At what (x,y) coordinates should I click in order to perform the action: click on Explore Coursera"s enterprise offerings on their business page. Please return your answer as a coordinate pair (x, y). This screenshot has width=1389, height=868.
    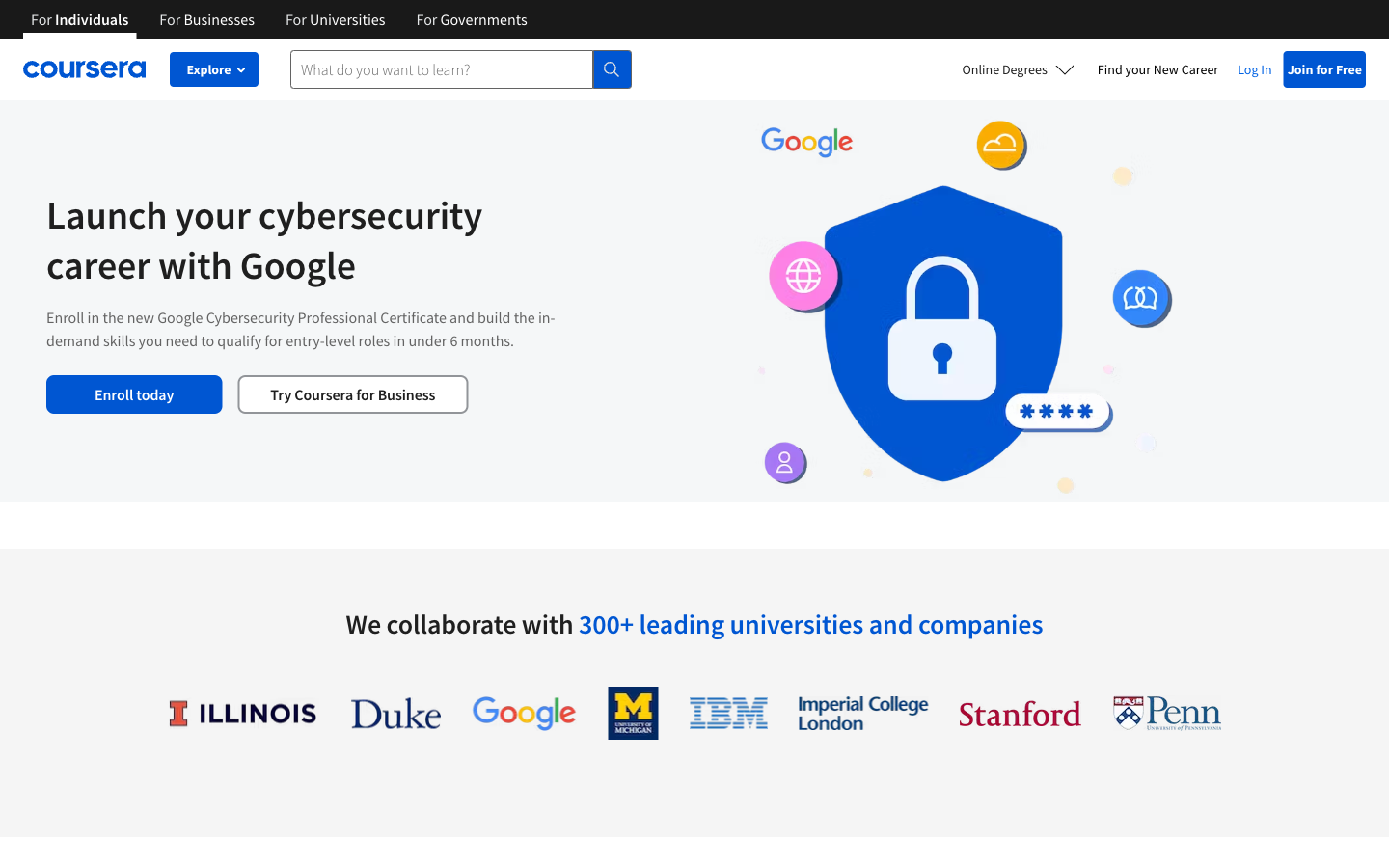
    Looking at the image, I should click on (206, 17).